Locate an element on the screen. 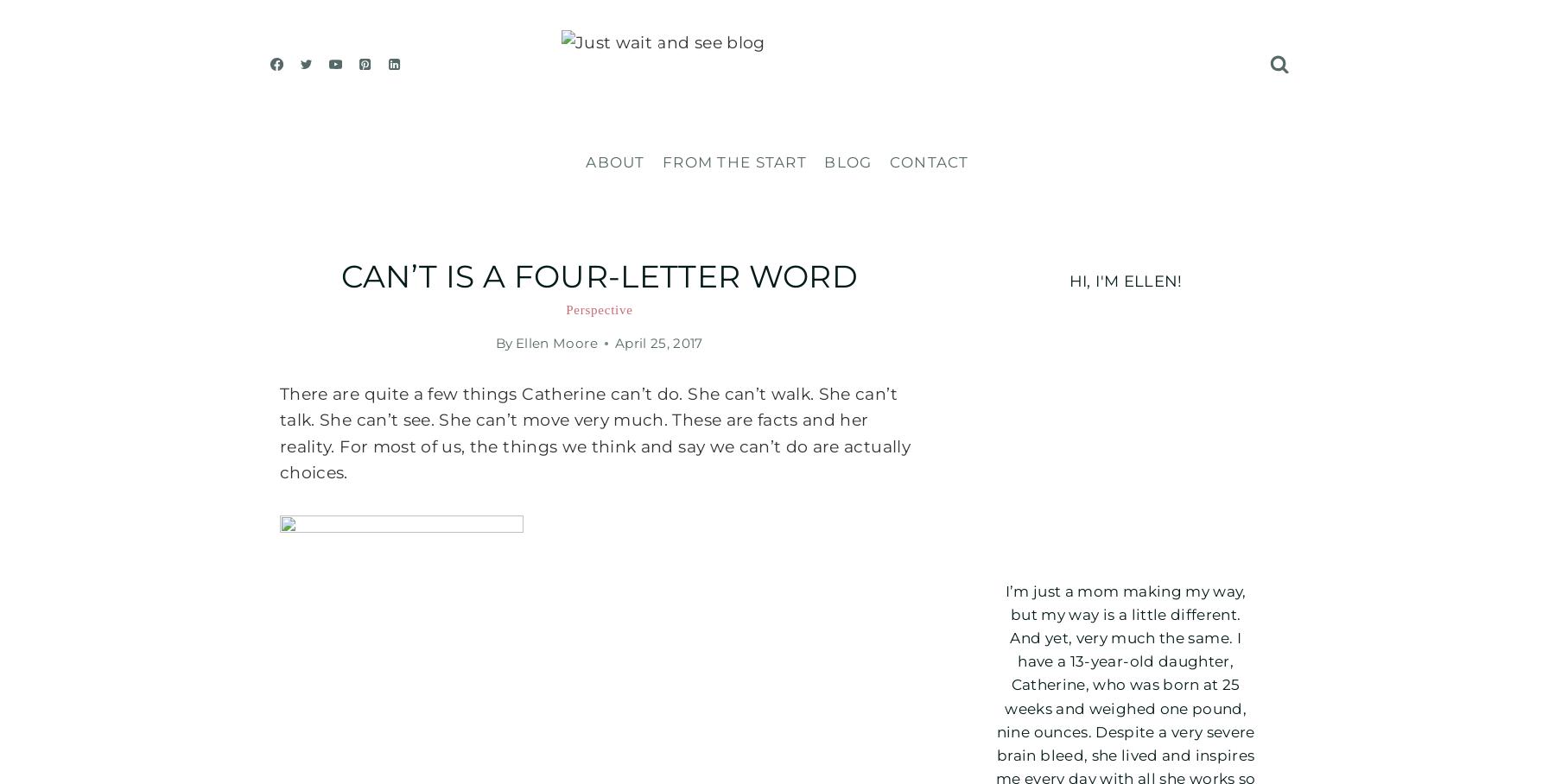  'Ellen Moore' is located at coordinates (516, 341).